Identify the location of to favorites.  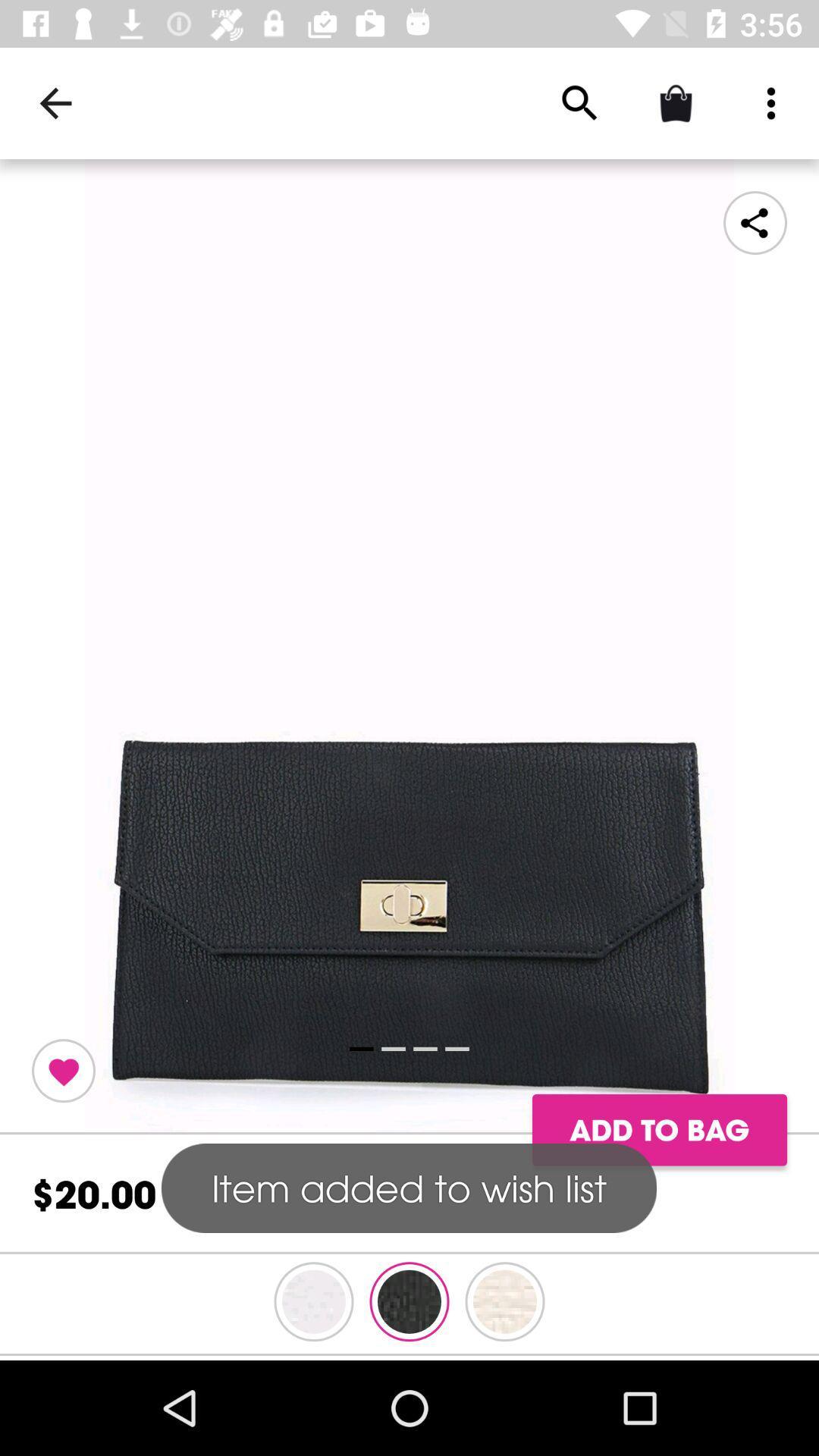
(63, 1070).